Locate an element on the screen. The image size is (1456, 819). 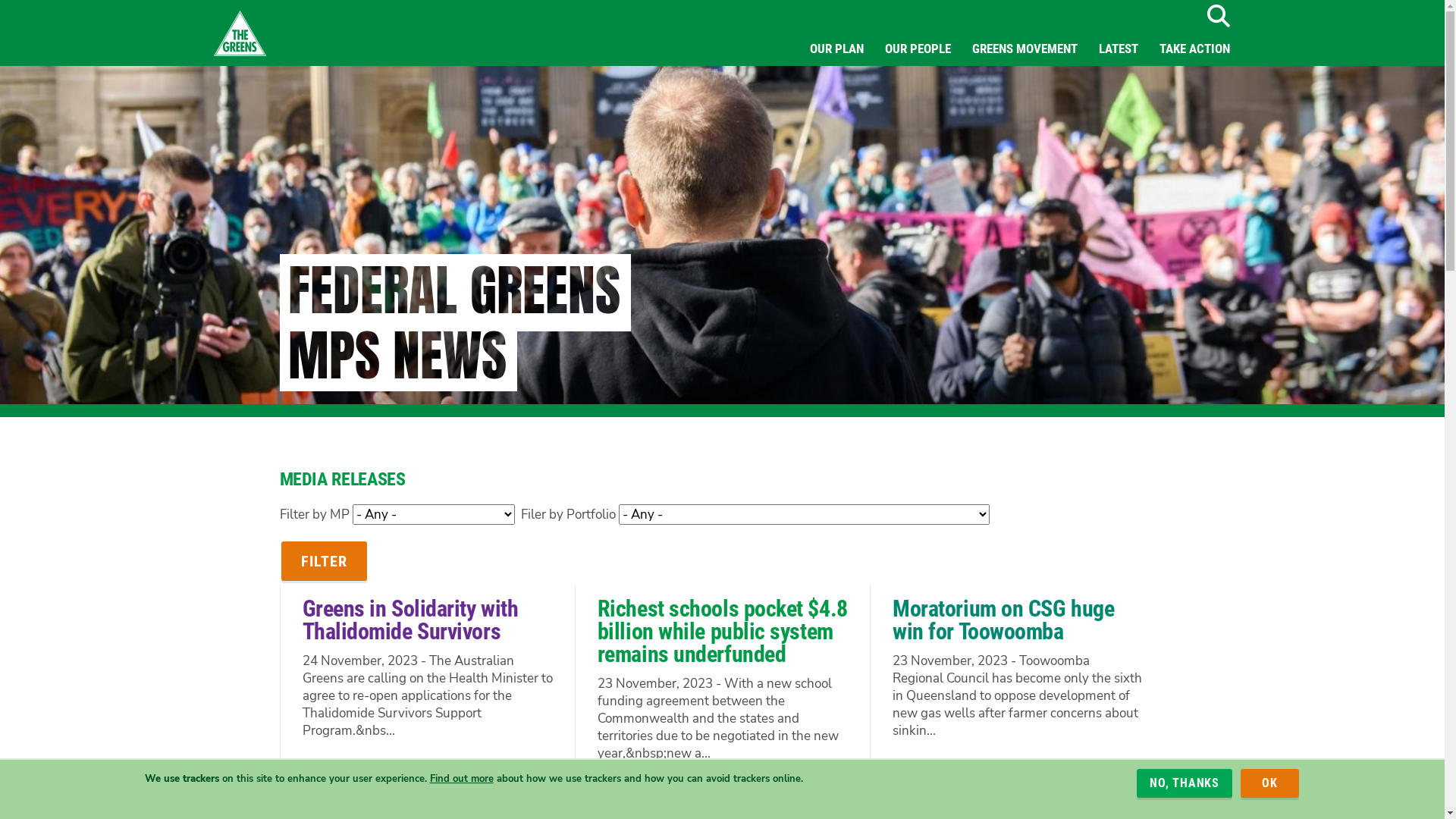
'Filter' is located at coordinates (322, 561).